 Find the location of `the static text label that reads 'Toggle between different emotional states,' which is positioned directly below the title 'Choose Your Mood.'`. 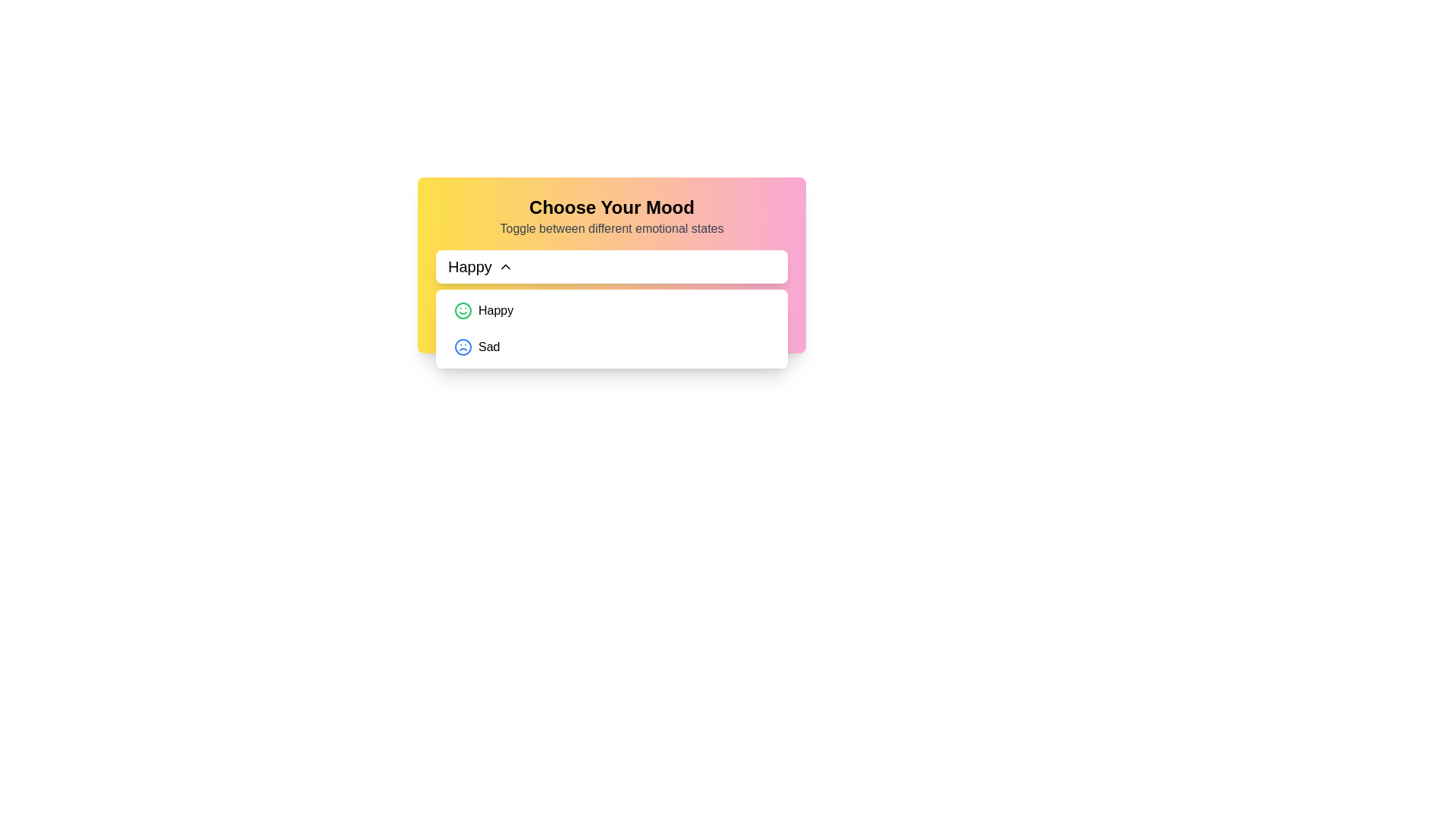

the static text label that reads 'Toggle between different emotional states,' which is positioned directly below the title 'Choose Your Mood.' is located at coordinates (611, 228).